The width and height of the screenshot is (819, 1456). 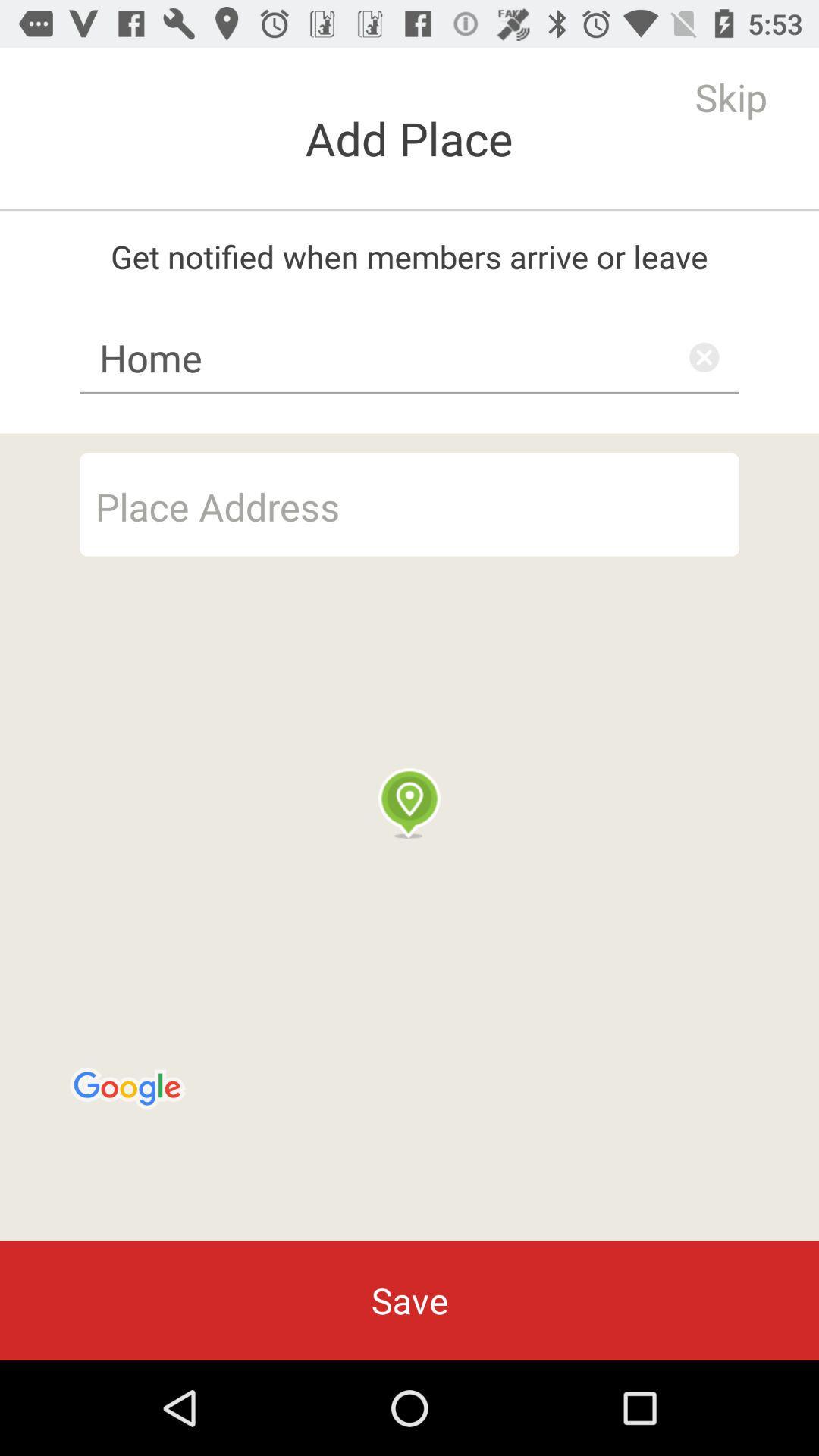 I want to click on the skip at the top right corner, so click(x=730, y=96).